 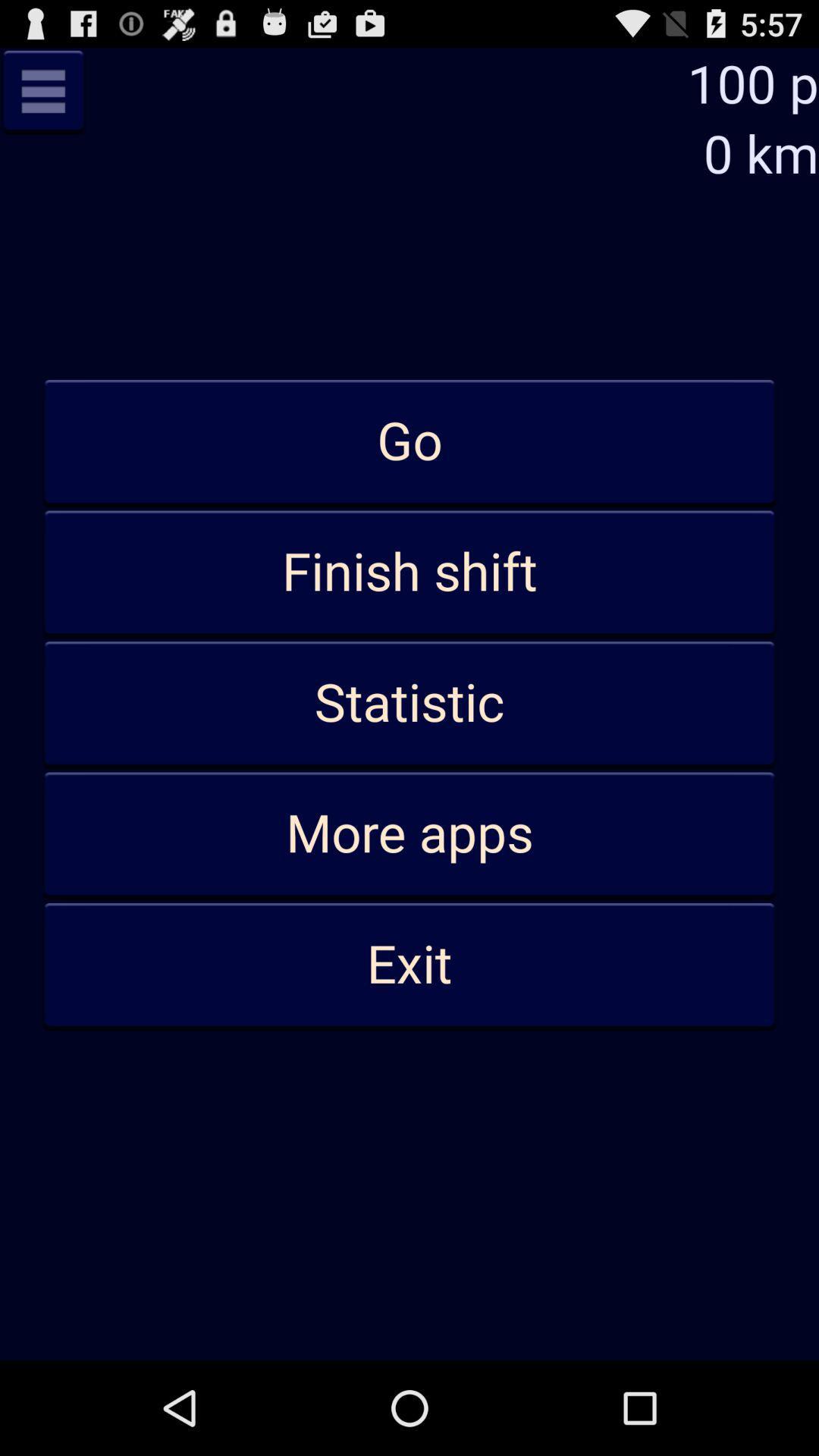 I want to click on the app below the statistic app, so click(x=409, y=833).